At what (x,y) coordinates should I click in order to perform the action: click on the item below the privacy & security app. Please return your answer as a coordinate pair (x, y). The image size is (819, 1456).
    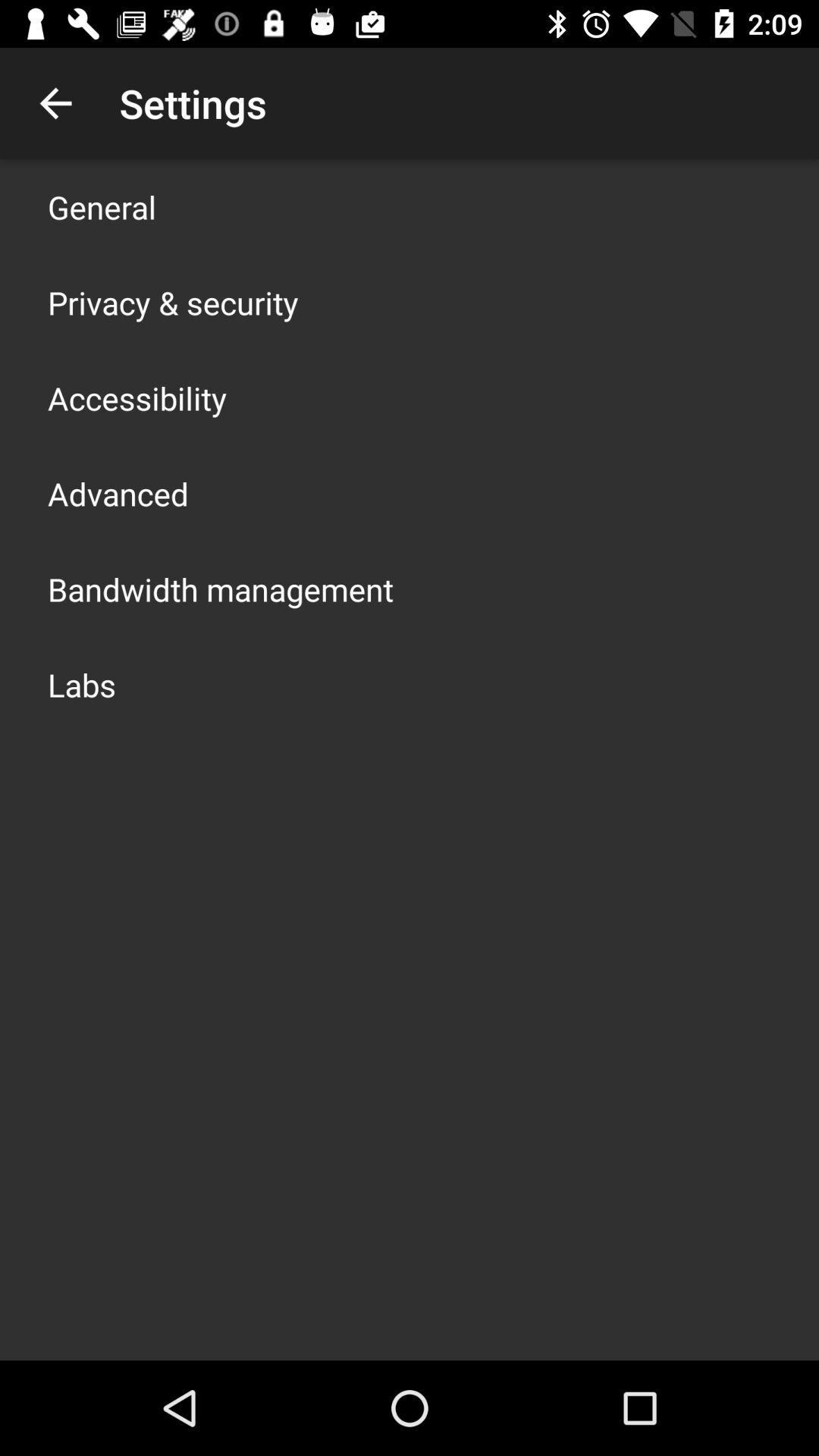
    Looking at the image, I should click on (137, 397).